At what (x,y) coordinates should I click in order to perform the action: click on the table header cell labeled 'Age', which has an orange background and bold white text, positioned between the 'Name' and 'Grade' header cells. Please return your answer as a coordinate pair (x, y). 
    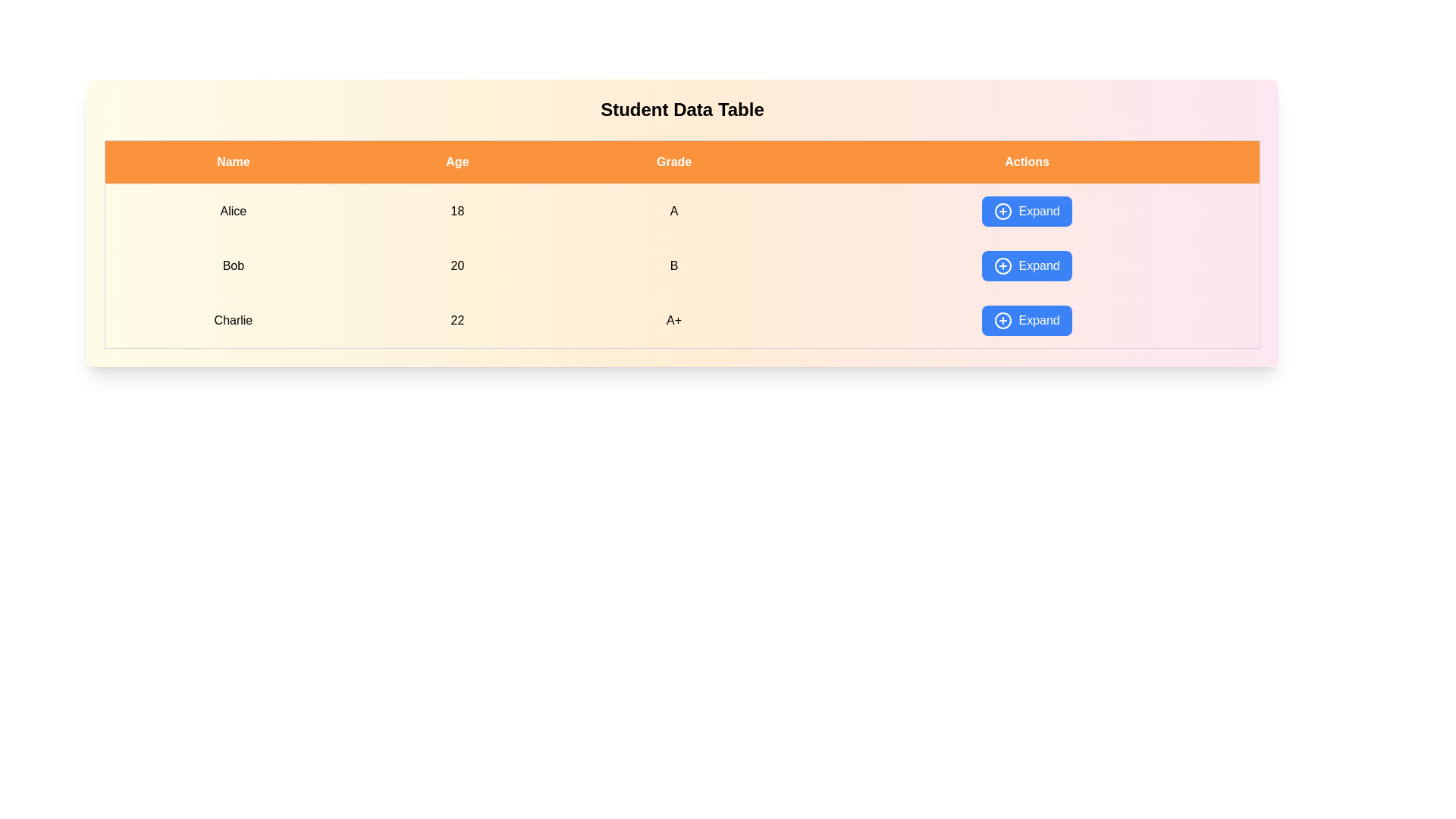
    Looking at the image, I should click on (457, 162).